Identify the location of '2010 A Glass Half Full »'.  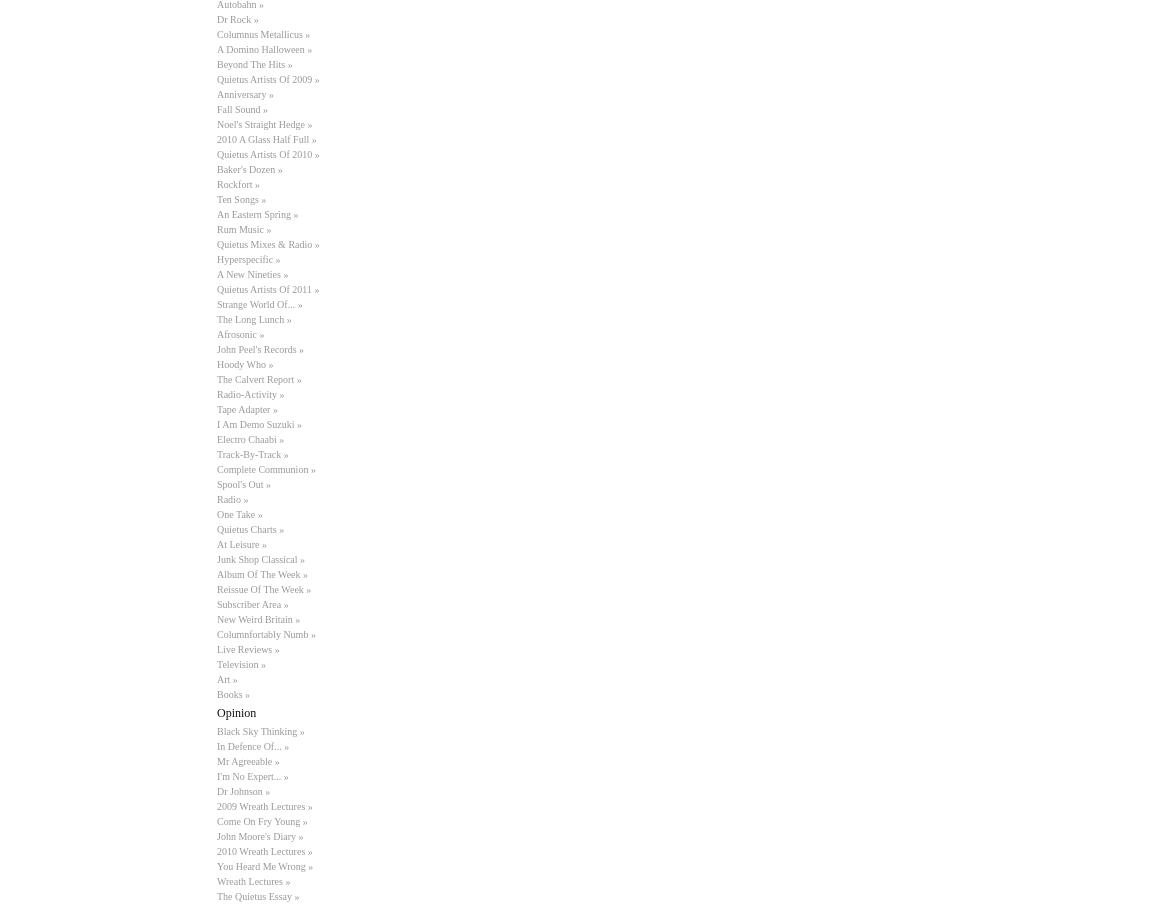
(265, 139).